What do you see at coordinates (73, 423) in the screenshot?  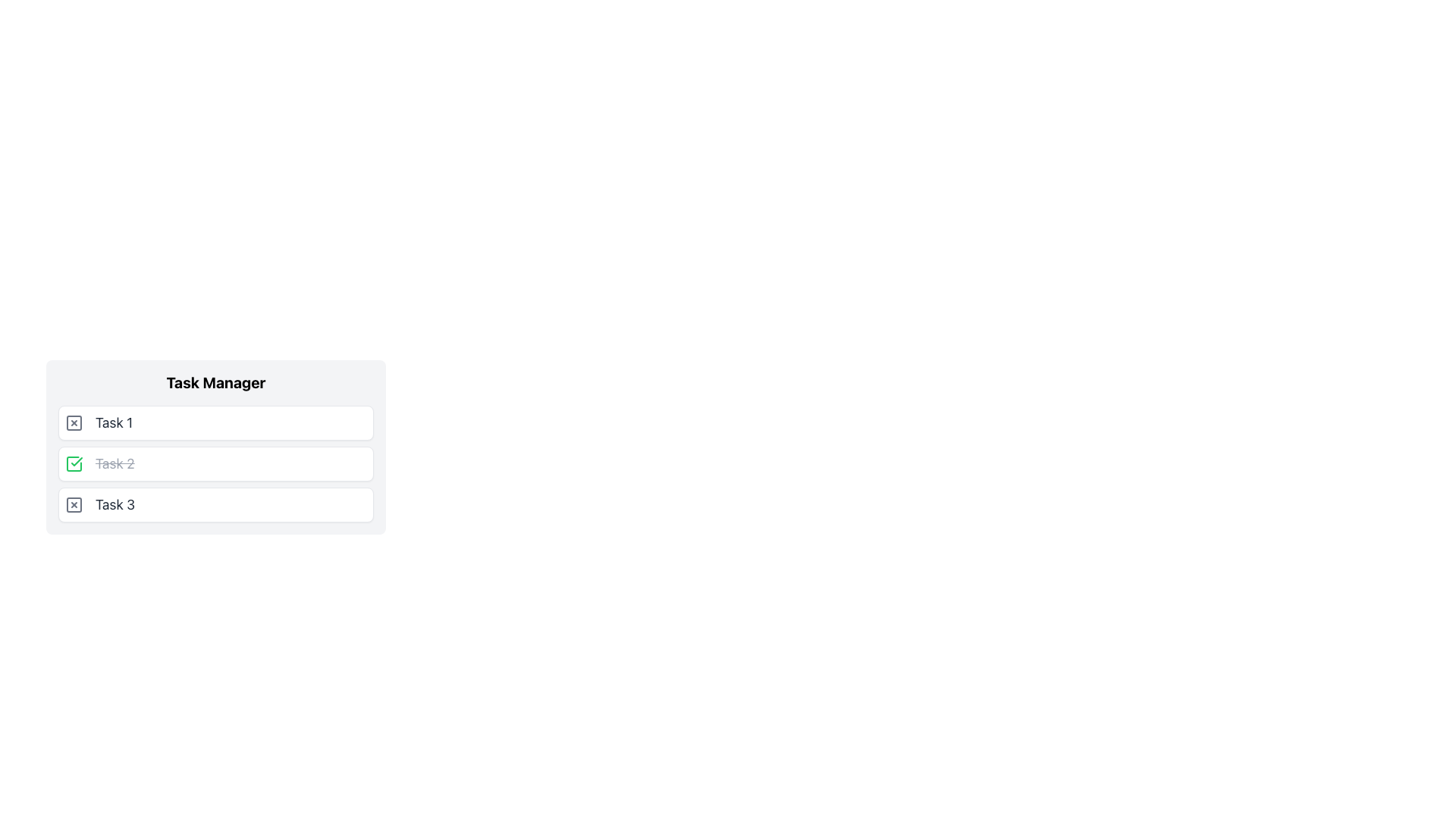 I see `the background square of the icon depicting a close or delete action ('X' symbol) located in the first task row of the task manager interface, positioned to the left of the text 'Task 1'` at bounding box center [73, 423].